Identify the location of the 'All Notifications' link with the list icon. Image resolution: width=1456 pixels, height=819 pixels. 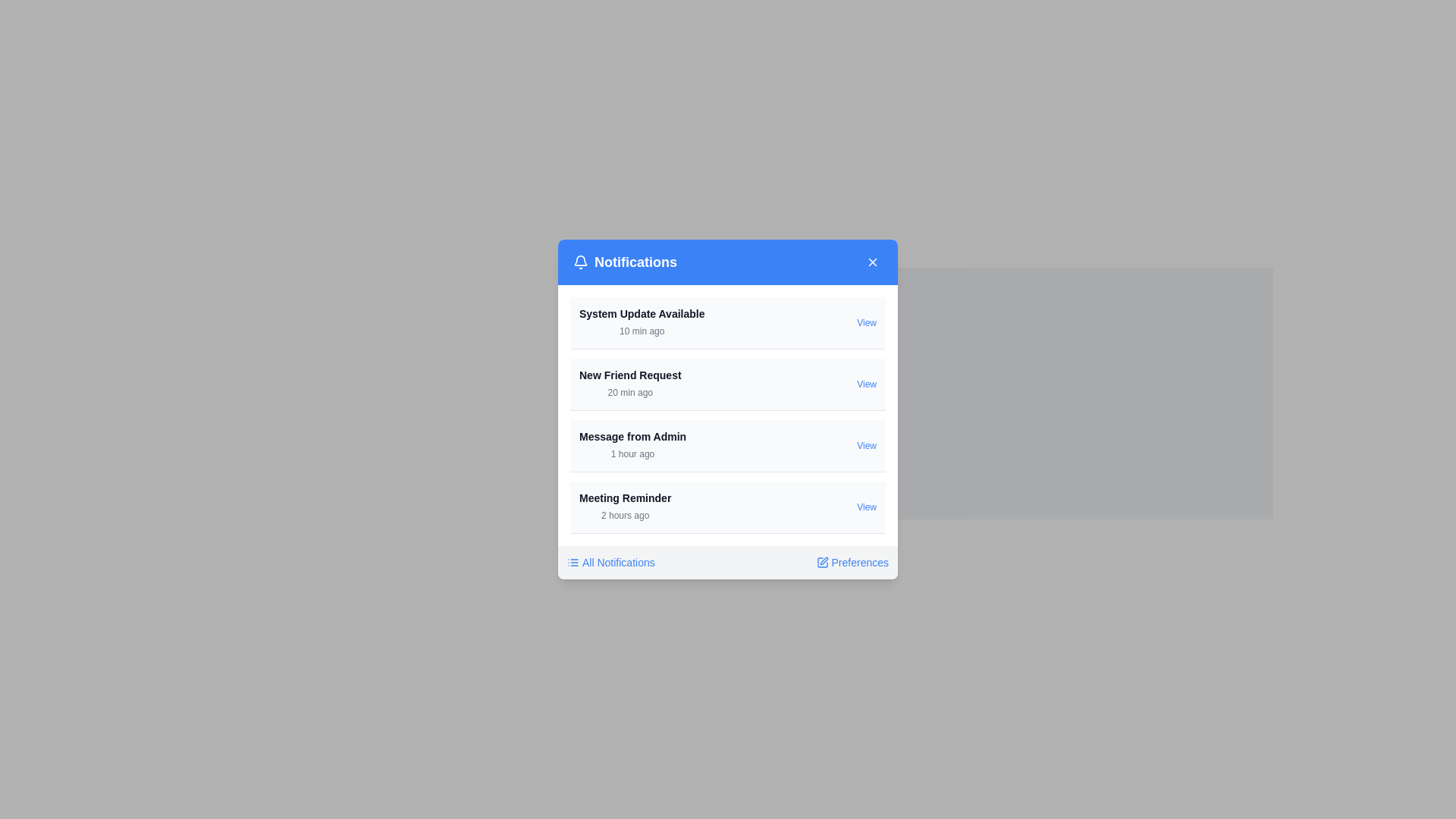
(610, 562).